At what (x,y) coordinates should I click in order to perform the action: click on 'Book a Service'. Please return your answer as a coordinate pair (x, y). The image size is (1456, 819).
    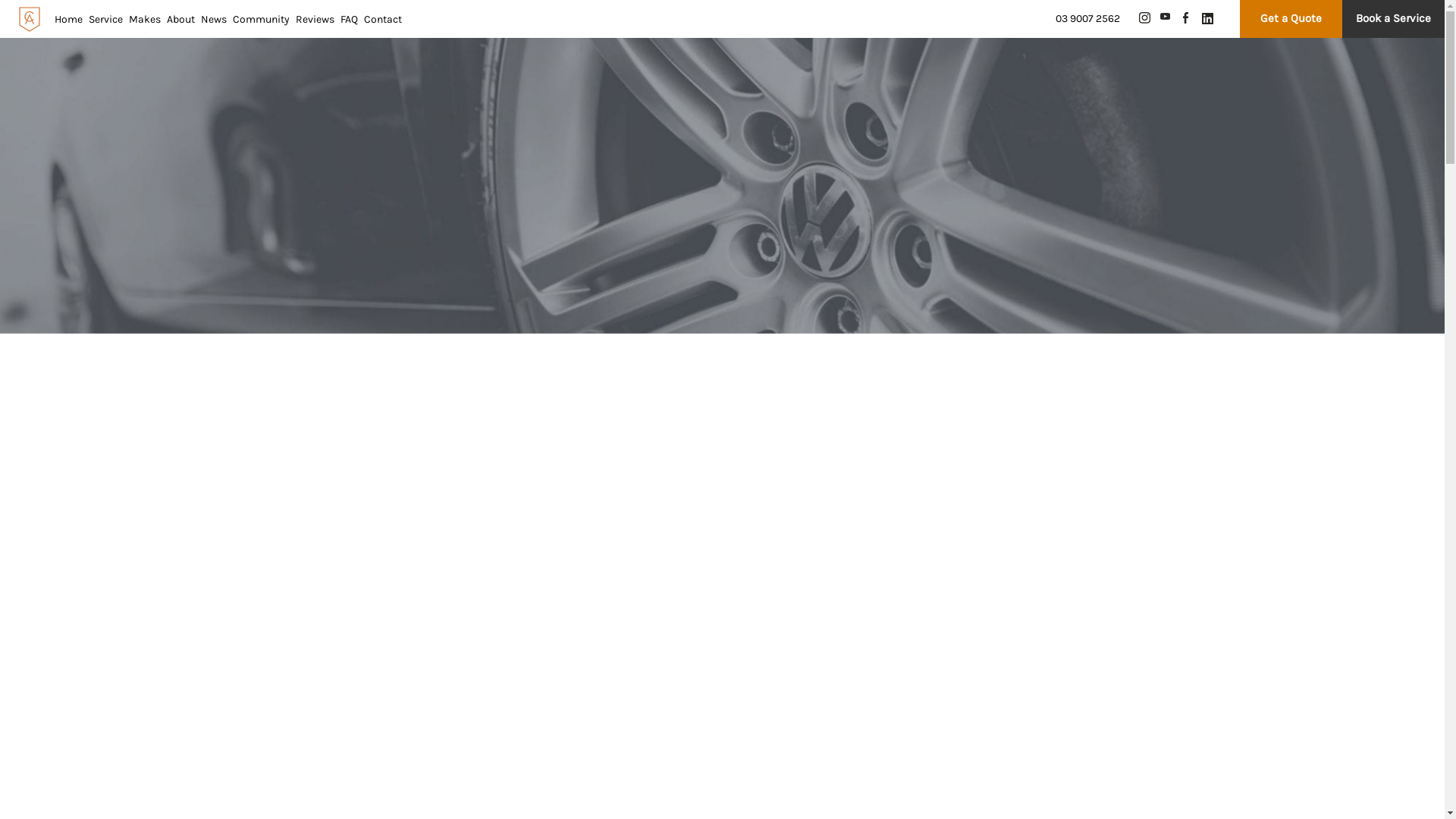
    Looking at the image, I should click on (1342, 17).